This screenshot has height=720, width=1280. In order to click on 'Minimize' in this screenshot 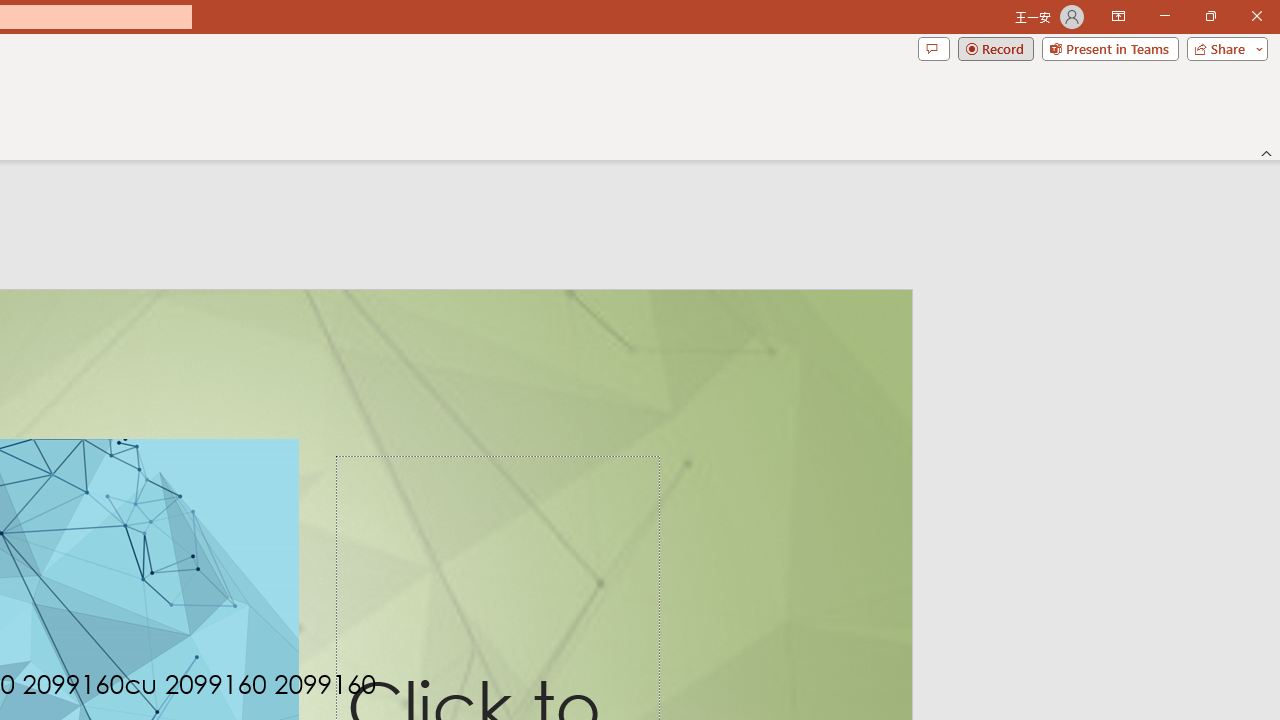, I will do `click(1164, 16)`.